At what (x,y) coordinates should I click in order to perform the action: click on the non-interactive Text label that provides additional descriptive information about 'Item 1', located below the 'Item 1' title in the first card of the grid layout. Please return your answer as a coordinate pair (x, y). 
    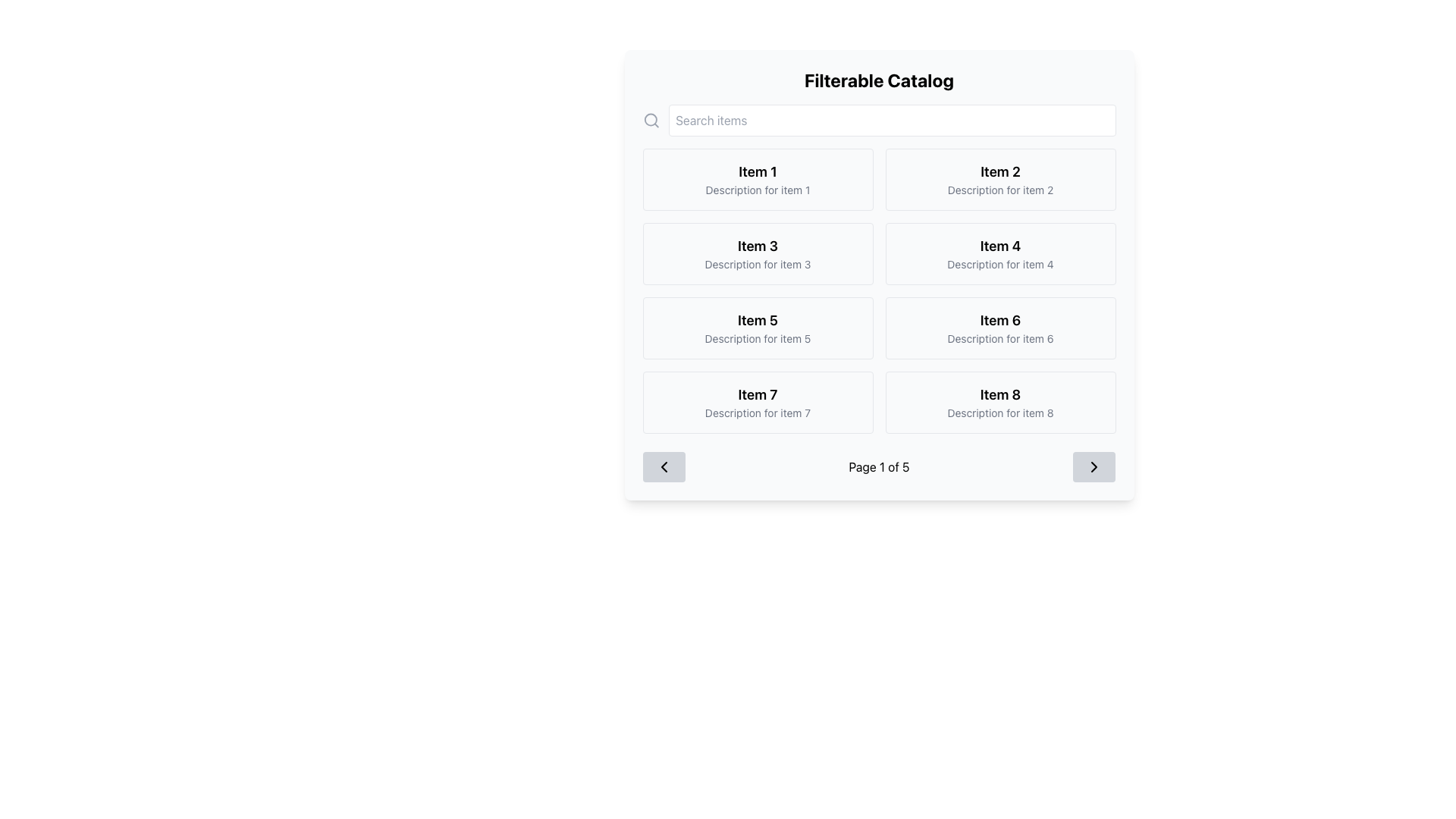
    Looking at the image, I should click on (758, 189).